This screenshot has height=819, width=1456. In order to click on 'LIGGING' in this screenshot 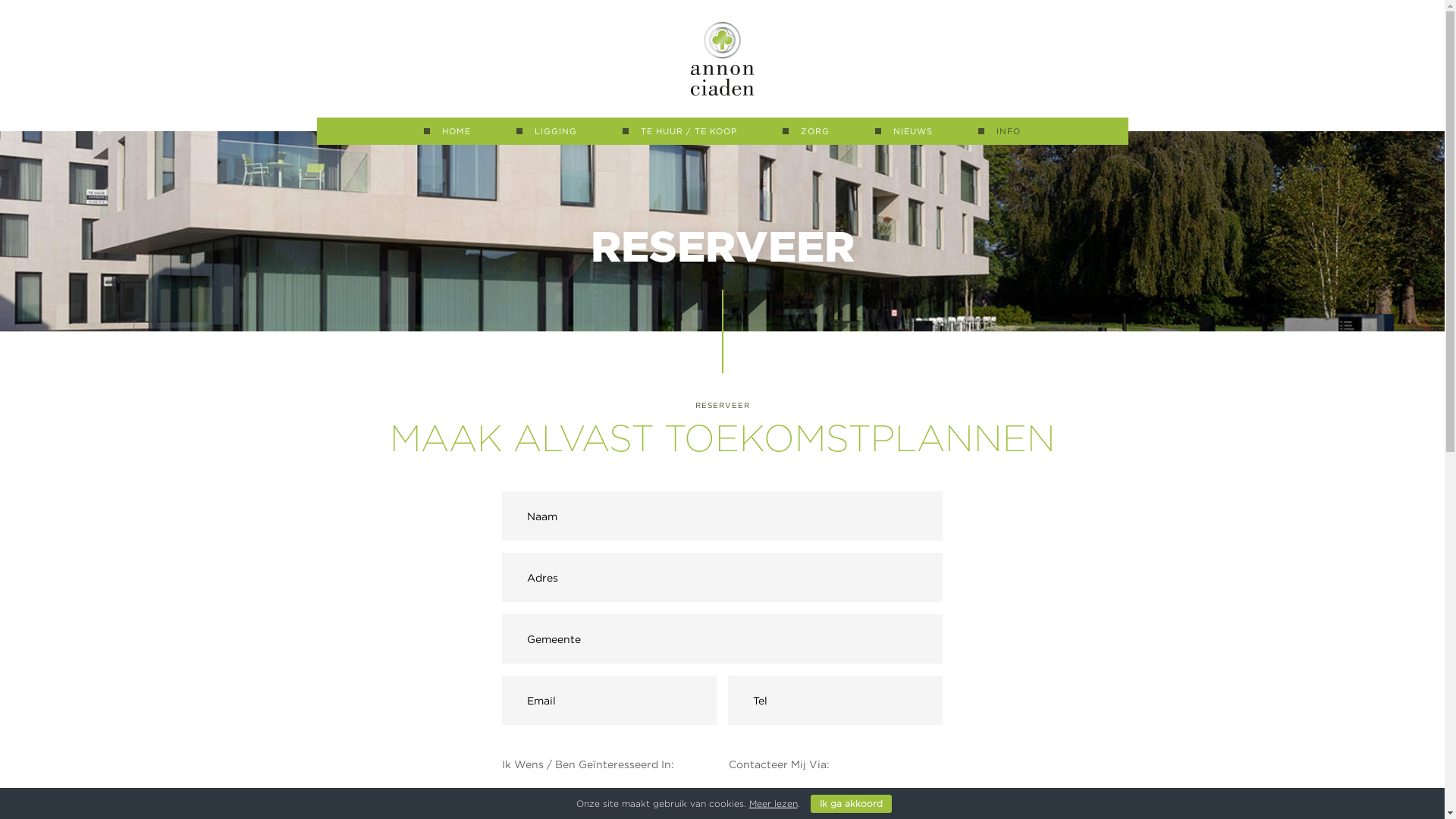, I will do `click(516, 130)`.